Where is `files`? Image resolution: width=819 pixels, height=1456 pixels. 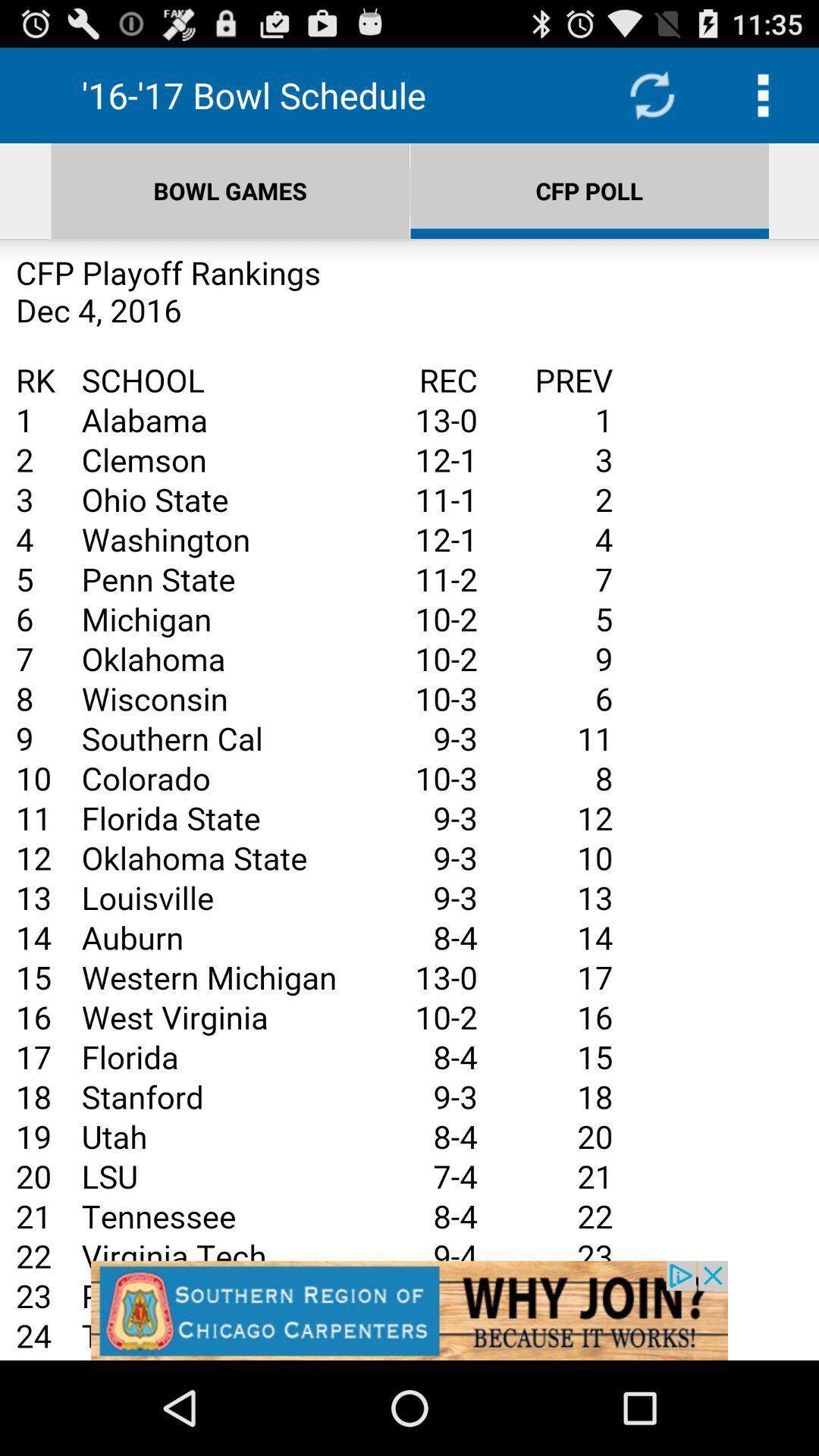
files is located at coordinates (409, 799).